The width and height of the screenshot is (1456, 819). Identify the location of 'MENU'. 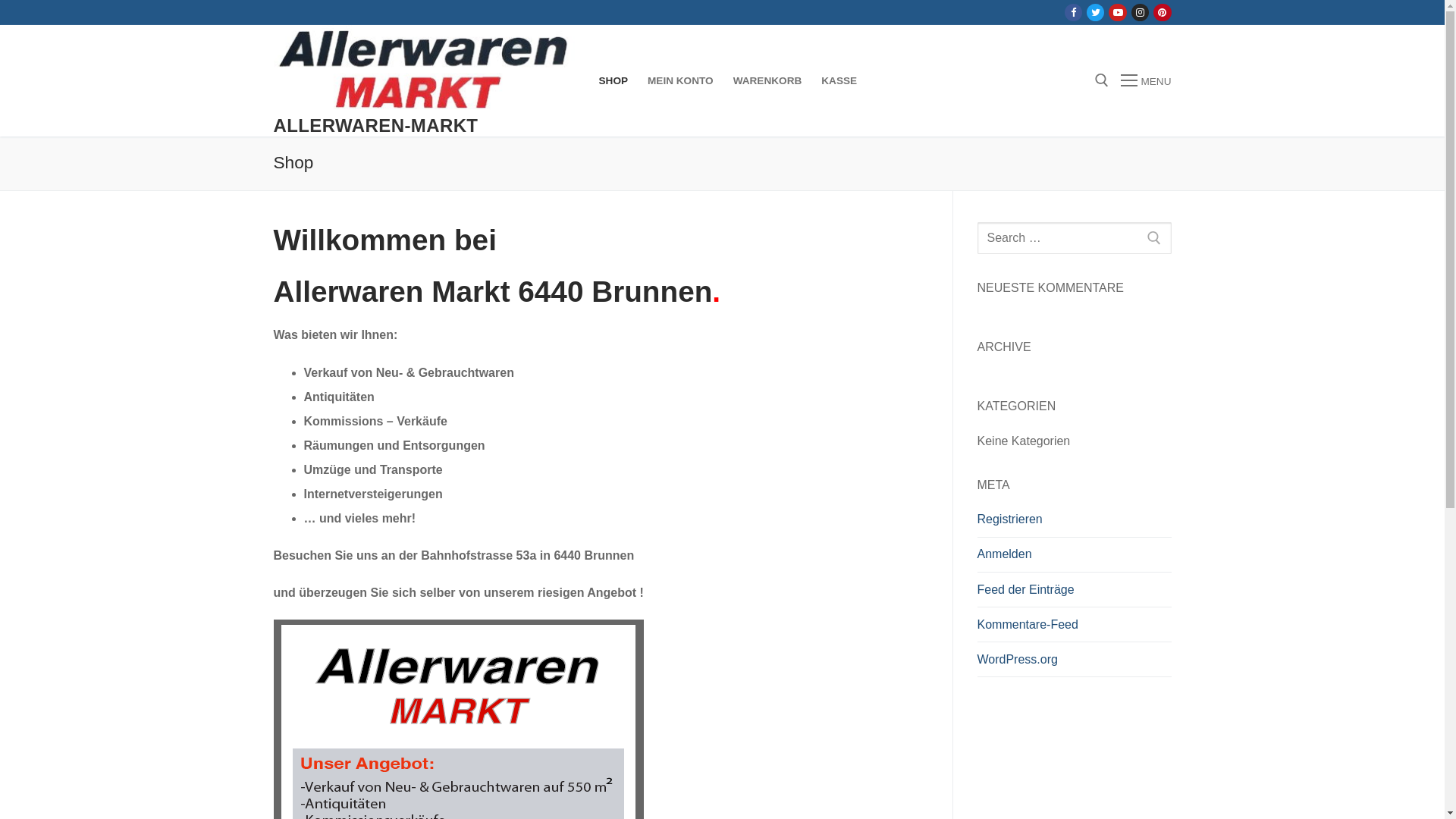
(1121, 81).